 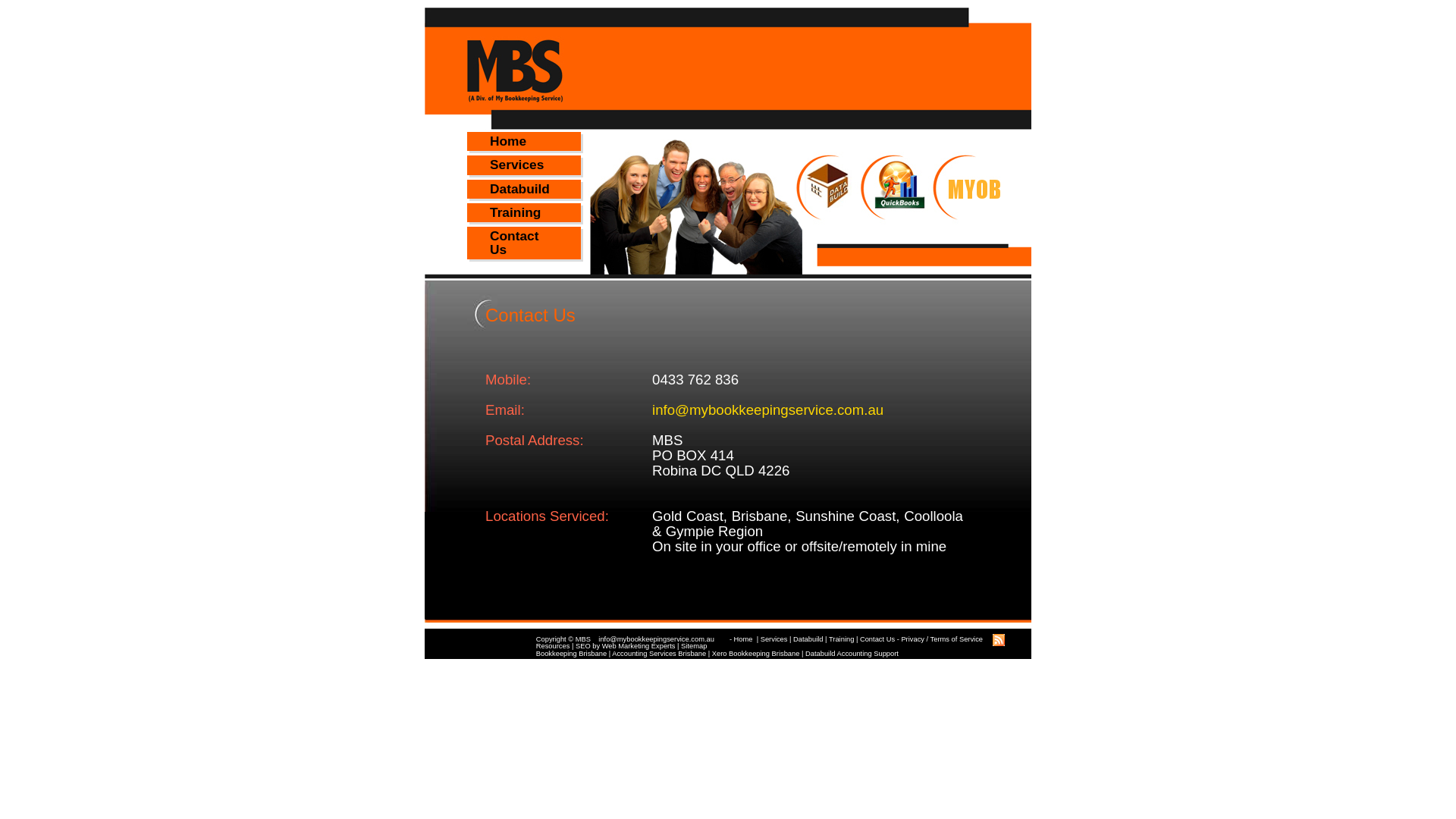 I want to click on 'Bookkeeping Brisbane', so click(x=570, y=652).